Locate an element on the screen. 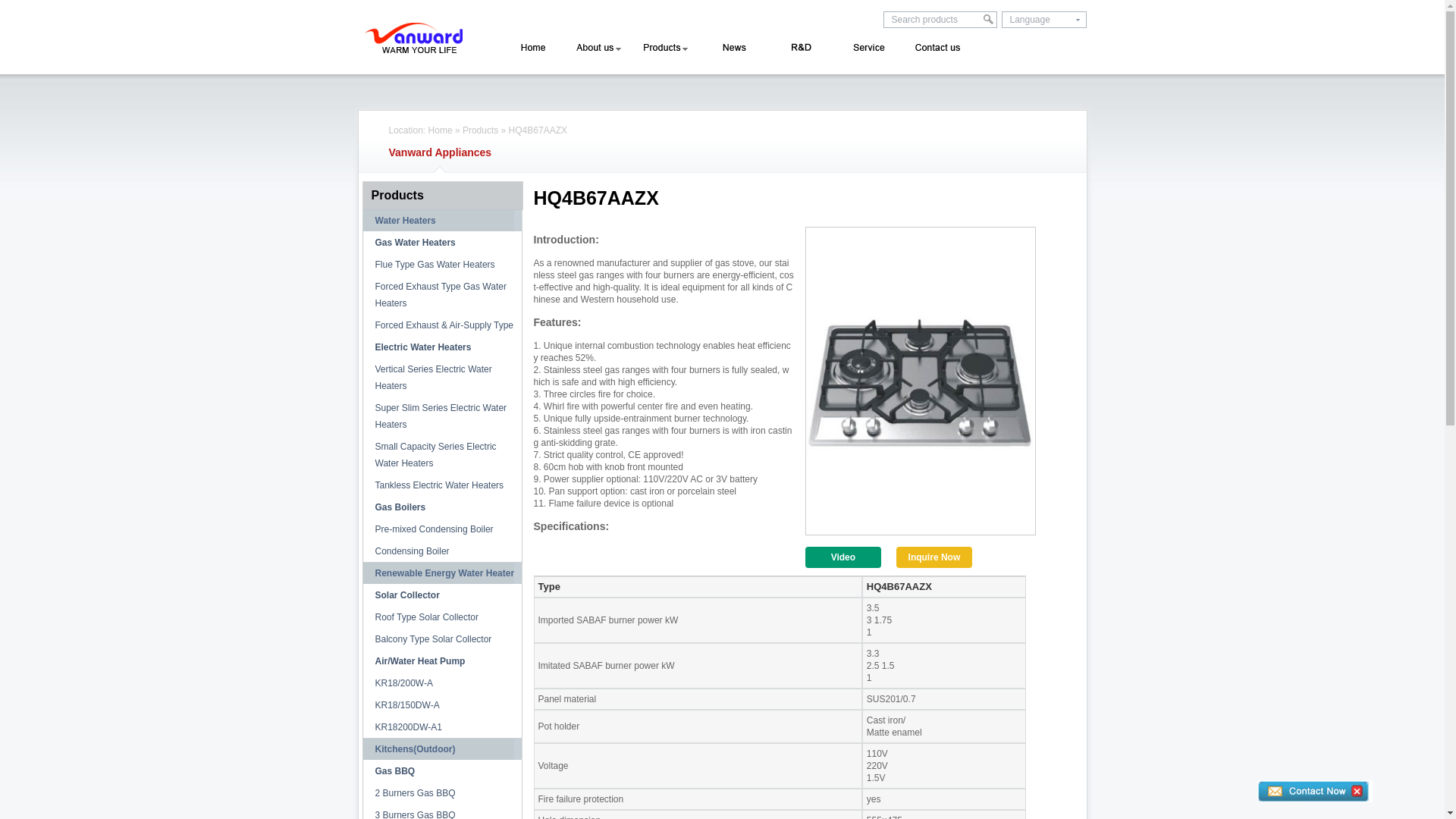 This screenshot has height=819, width=1456. 'Search products' is located at coordinates (884, 20).